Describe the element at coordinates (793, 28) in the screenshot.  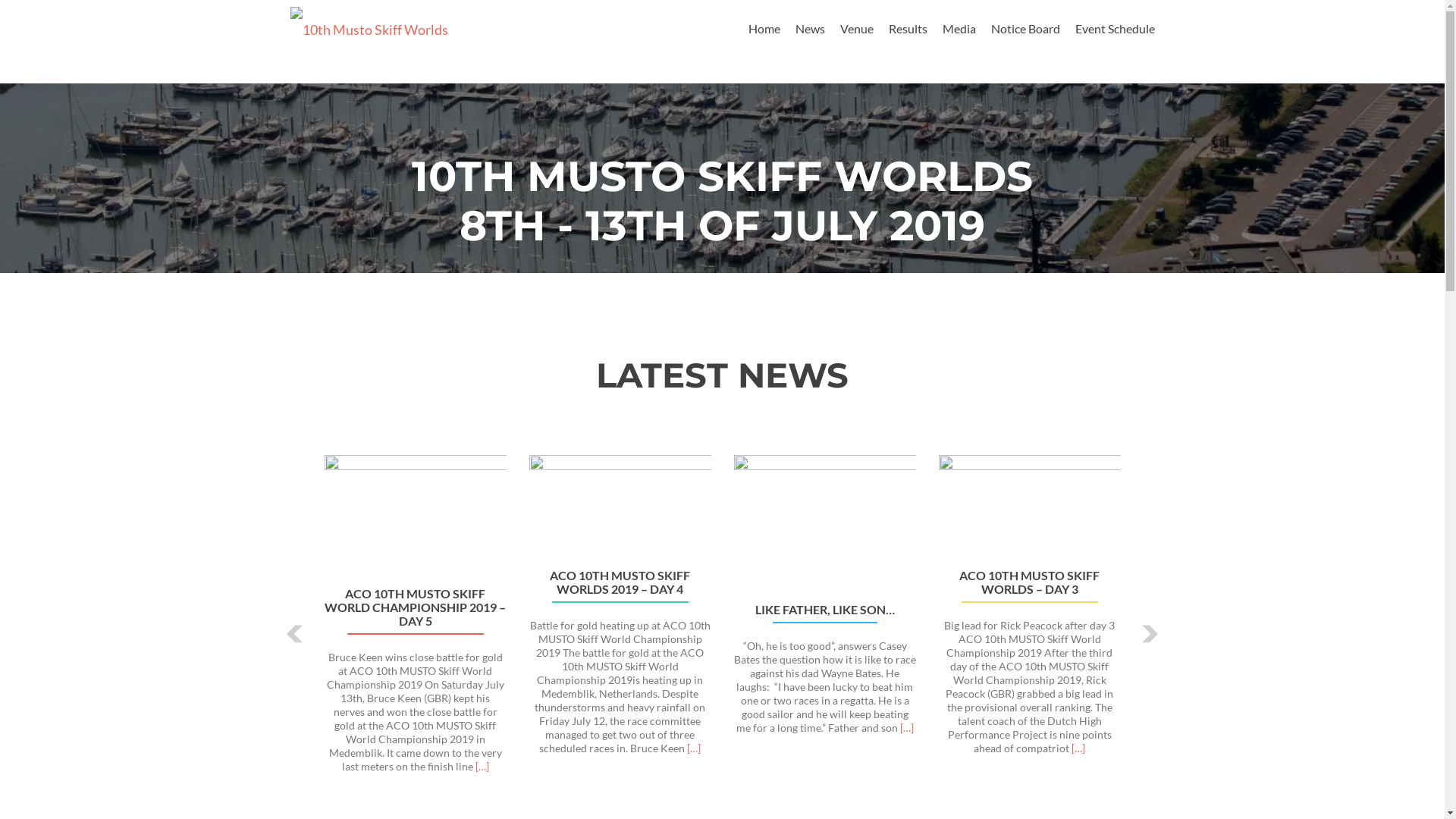
I see `'News'` at that location.